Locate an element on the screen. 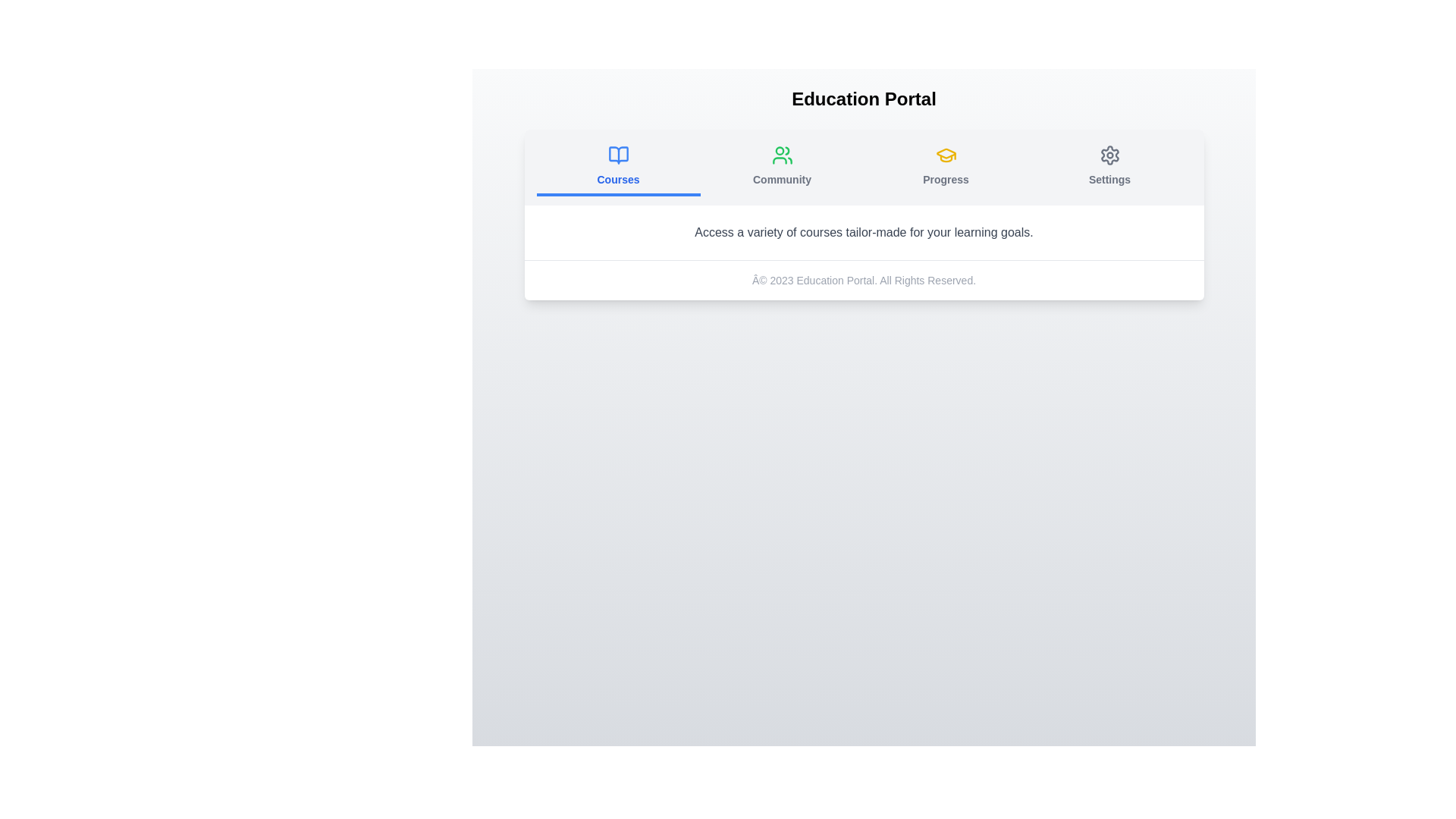 This screenshot has width=1456, height=819. the third tab in the navigation menu is located at coordinates (945, 167).